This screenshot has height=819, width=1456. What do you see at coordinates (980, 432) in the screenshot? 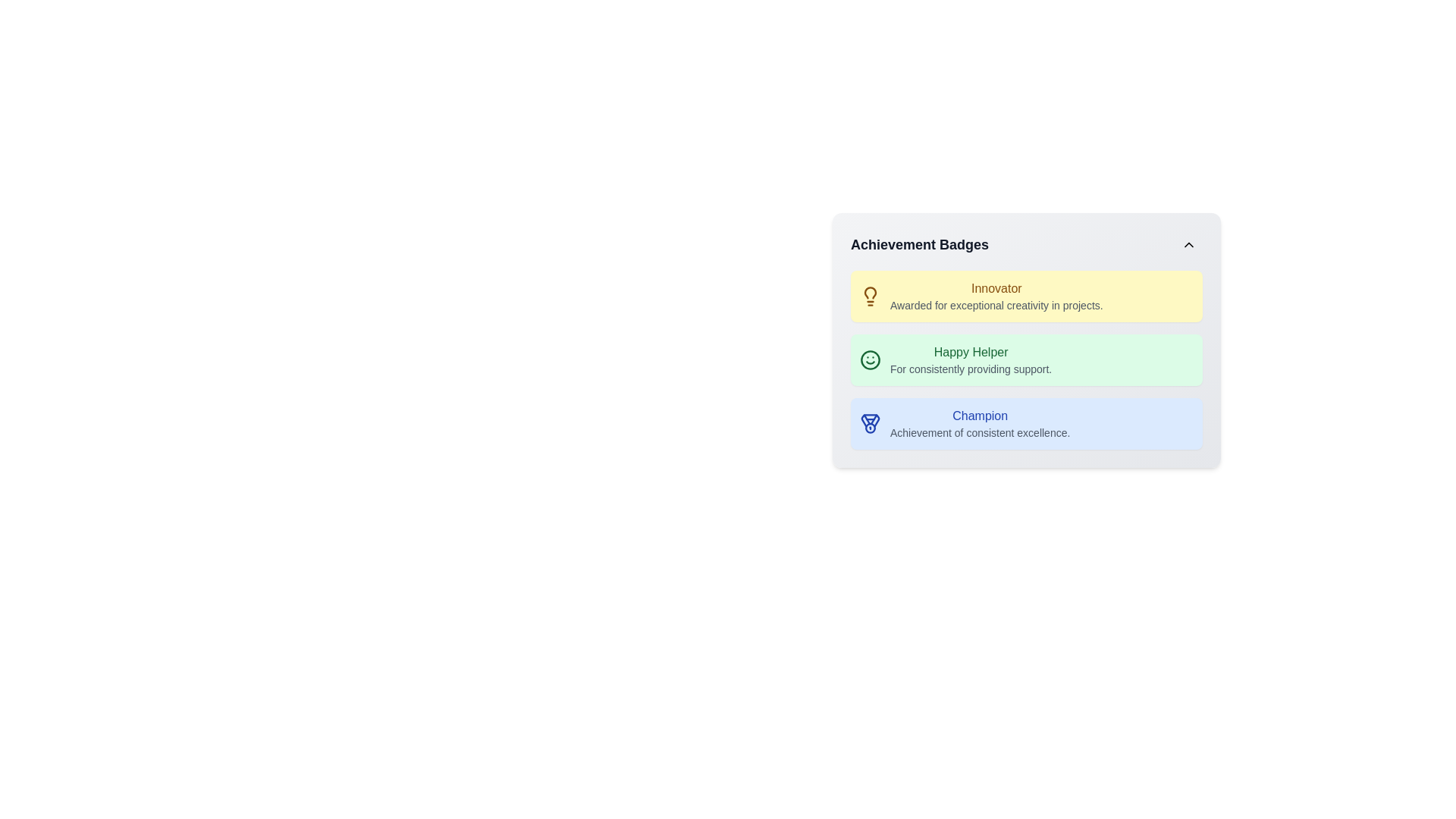
I see `descriptive text label located below the 'Champion' badge in the light blue badge section of the Achievement Badges list` at bounding box center [980, 432].